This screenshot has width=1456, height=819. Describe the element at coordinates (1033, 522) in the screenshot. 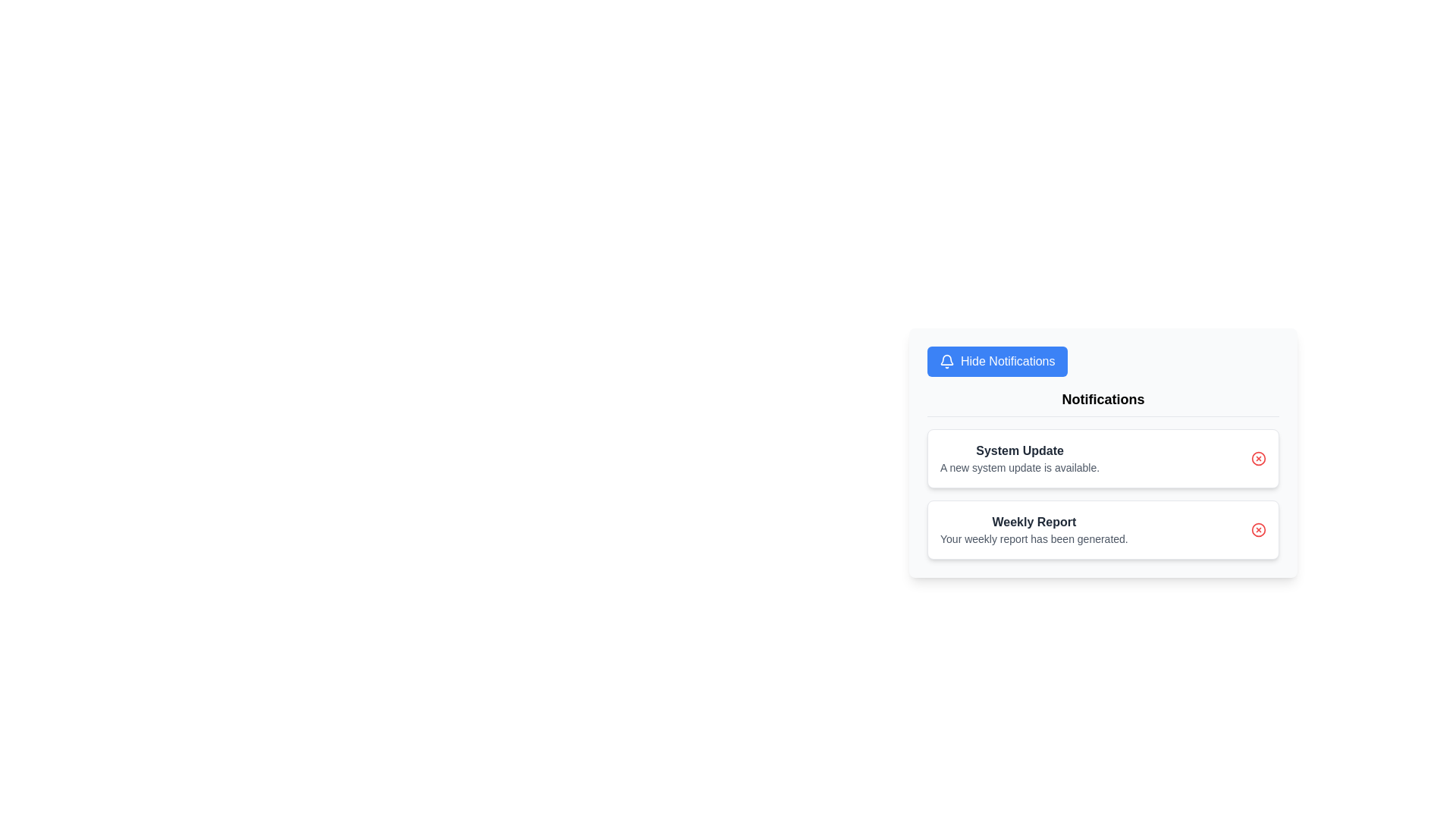

I see `information displayed in the Text Label that describes the subject of the weekly report within the notification card located in the bottom section of the notifications panel` at that location.